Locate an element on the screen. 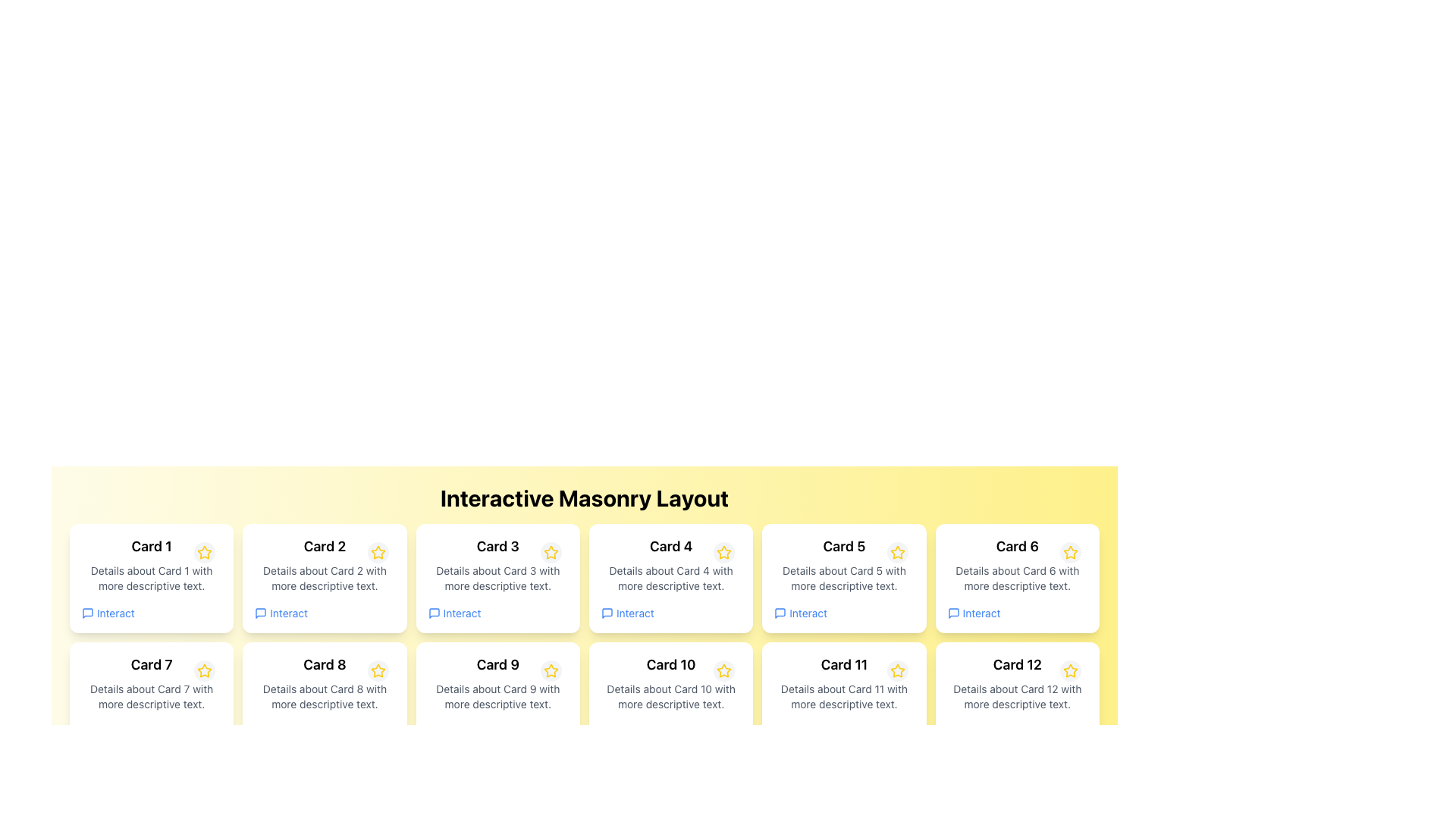 The height and width of the screenshot is (819, 1456). the Star Icon located inside 'Card 2' in the second column of the top row in the grid layout, which serves as an interactive component to mark the card as a favorite is located at coordinates (378, 552).